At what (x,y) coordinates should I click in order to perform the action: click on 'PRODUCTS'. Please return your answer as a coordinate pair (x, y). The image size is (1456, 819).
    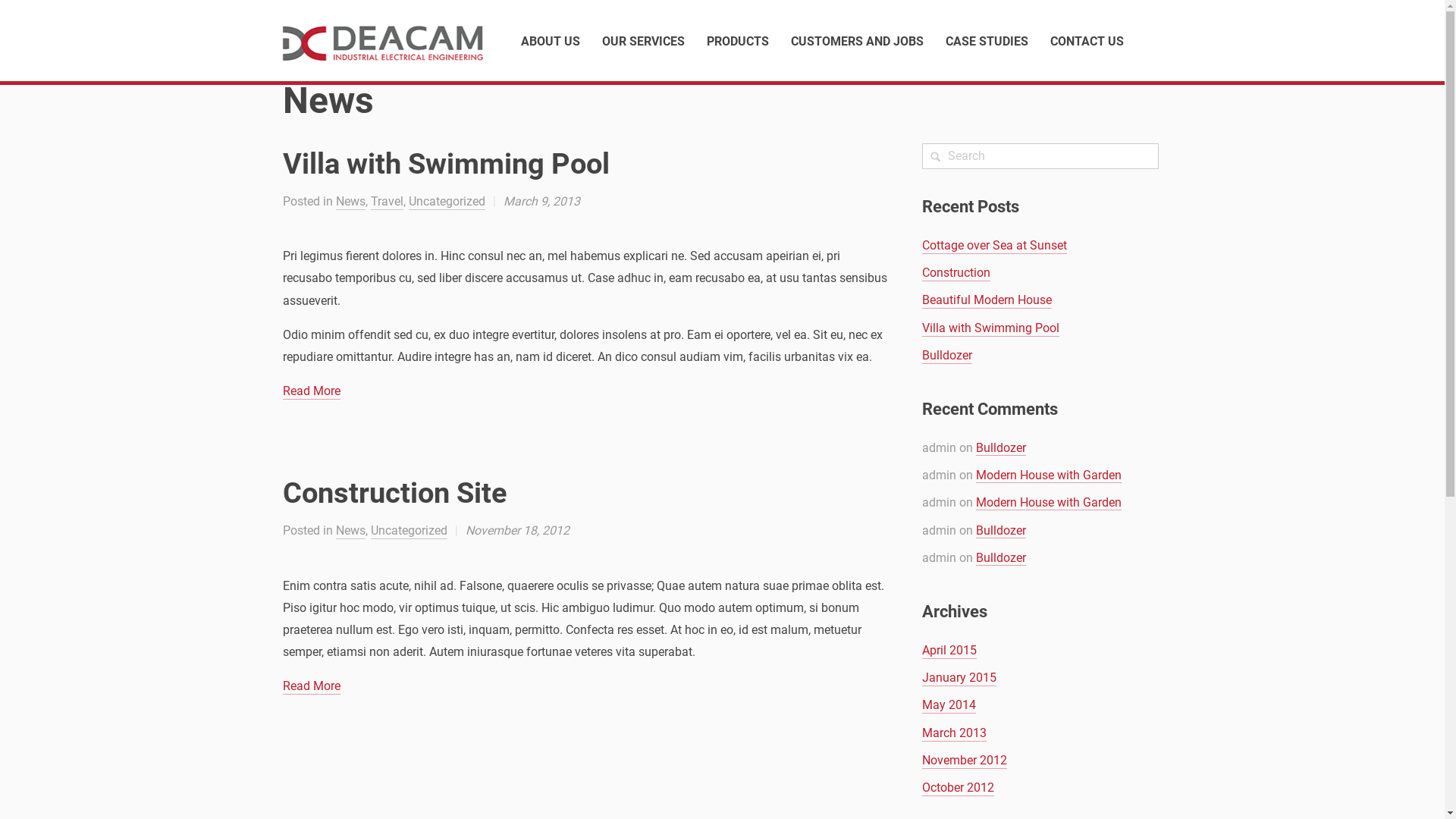
    Looking at the image, I should click on (738, 40).